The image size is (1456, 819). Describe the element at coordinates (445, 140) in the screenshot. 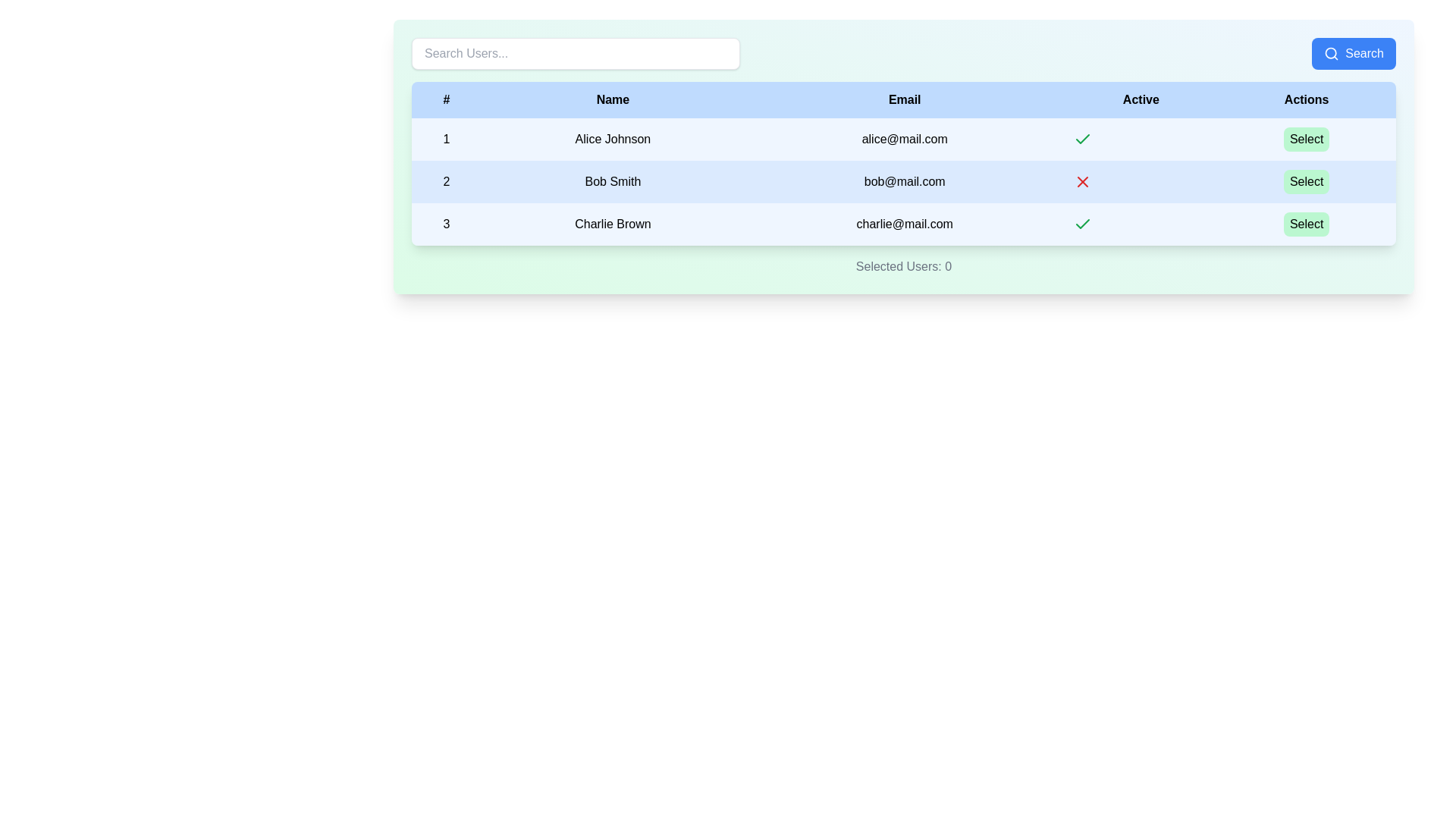

I see `the text label that indicates the ordinal identifier for the first row in the table, which is aligned with the names 'Alice Johnson', 'alice@mail.com', and the 'Select' option` at that location.